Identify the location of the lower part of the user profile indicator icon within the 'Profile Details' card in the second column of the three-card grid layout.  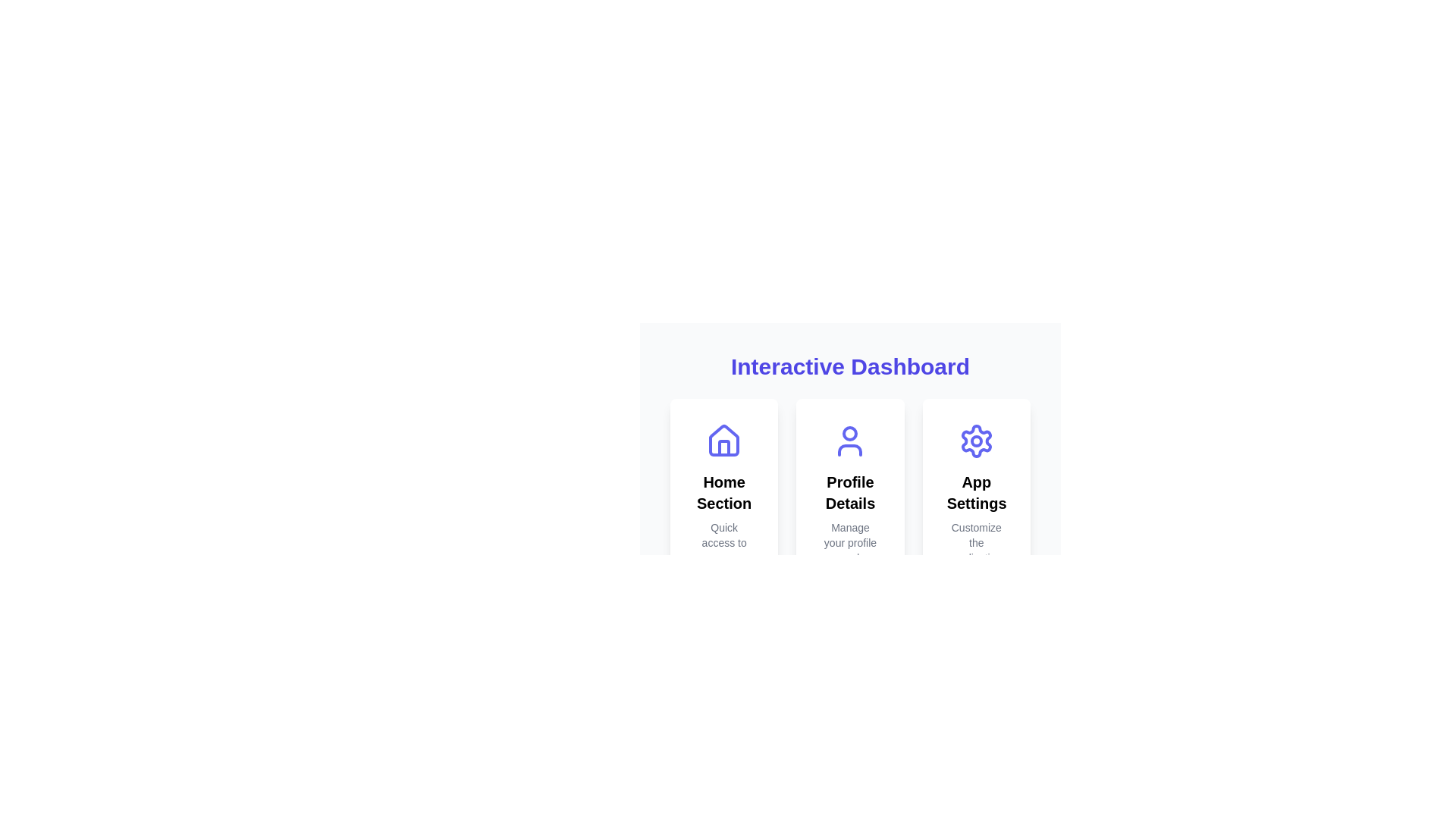
(850, 450).